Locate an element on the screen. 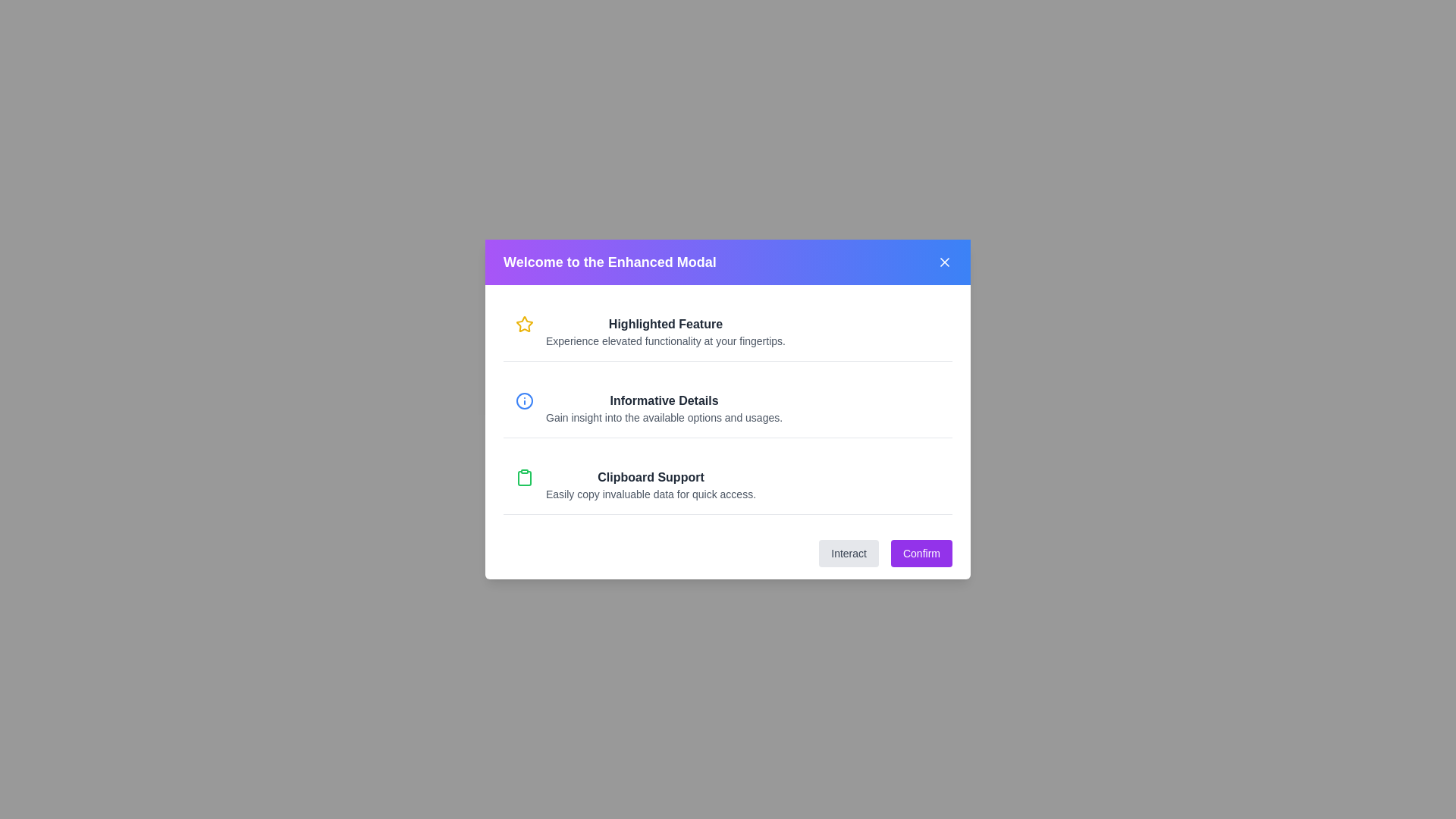 The height and width of the screenshot is (819, 1456). the displayed information in the Information Display Block about the 'Clipboard Support' feature, which is the third item in a vertical sequence is located at coordinates (651, 485).